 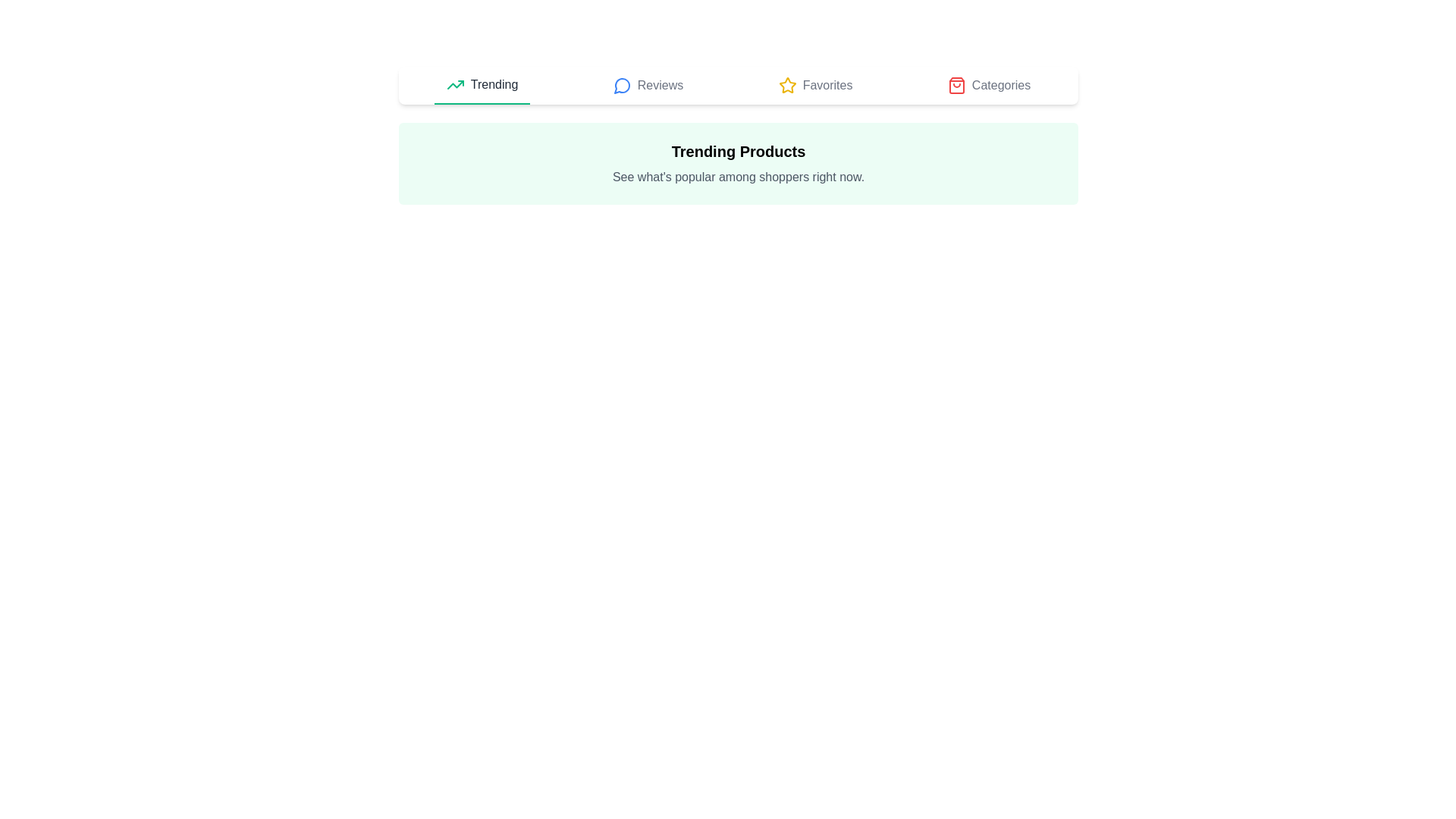 What do you see at coordinates (481, 85) in the screenshot?
I see `the 'Trending' Interactive tab button, which features green text and an upward arrow icon` at bounding box center [481, 85].